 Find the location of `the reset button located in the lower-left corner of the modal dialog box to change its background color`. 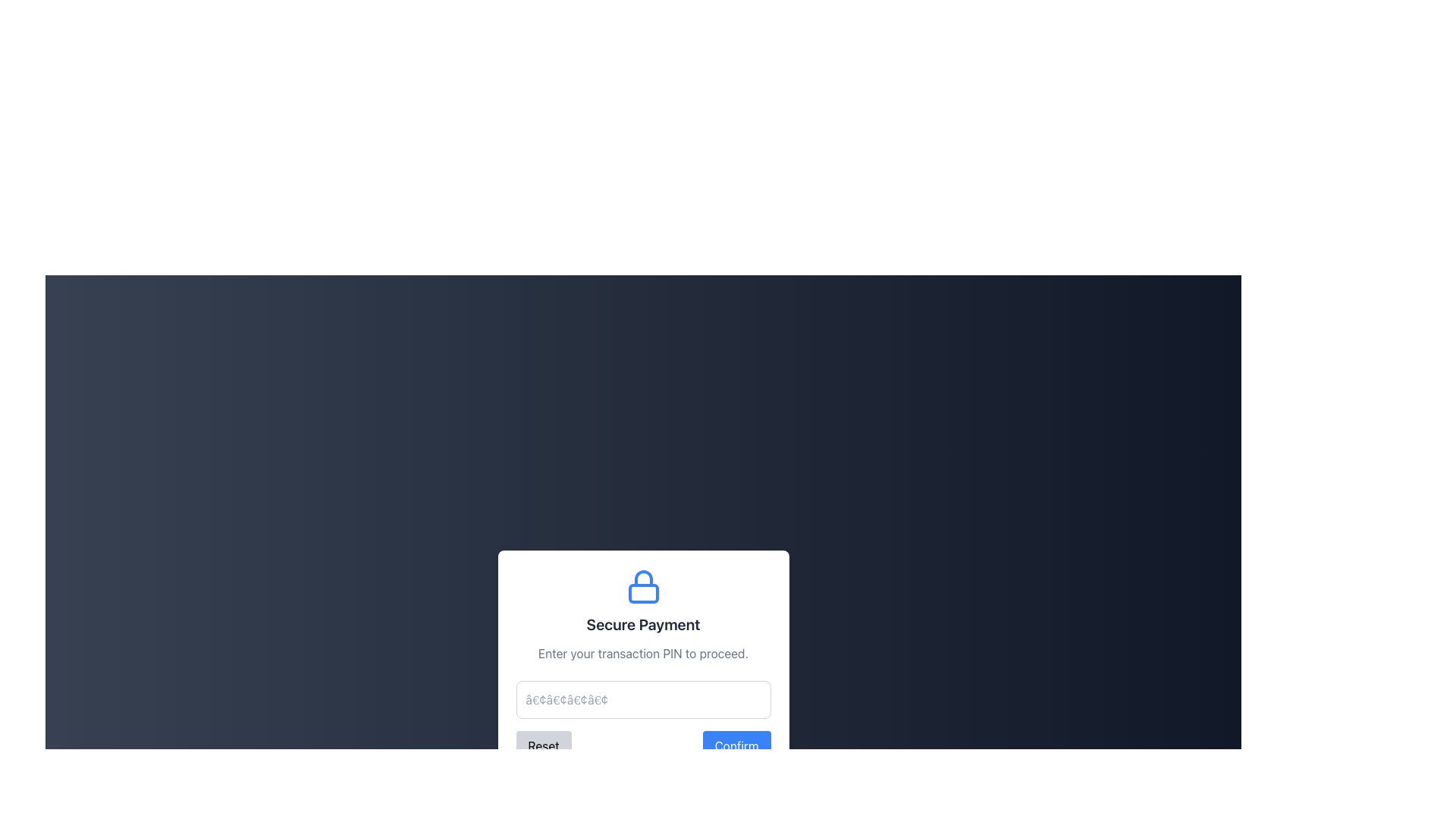

the reset button located in the lower-left corner of the modal dialog box to change its background color is located at coordinates (544, 745).